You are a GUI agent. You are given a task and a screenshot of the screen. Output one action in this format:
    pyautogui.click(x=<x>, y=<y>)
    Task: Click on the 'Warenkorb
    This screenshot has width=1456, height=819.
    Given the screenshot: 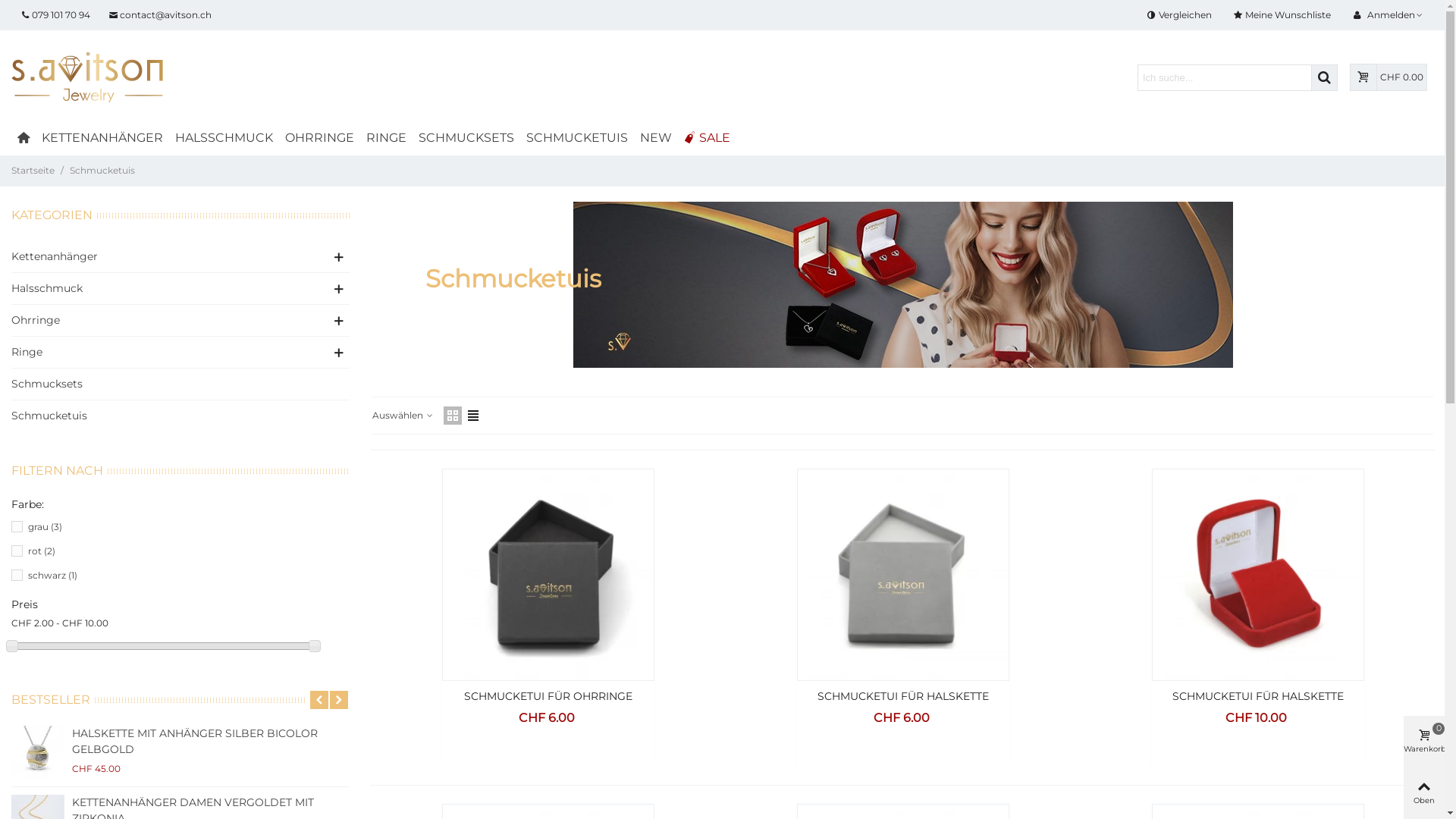 What is the action you would take?
    pyautogui.click(x=1423, y=741)
    